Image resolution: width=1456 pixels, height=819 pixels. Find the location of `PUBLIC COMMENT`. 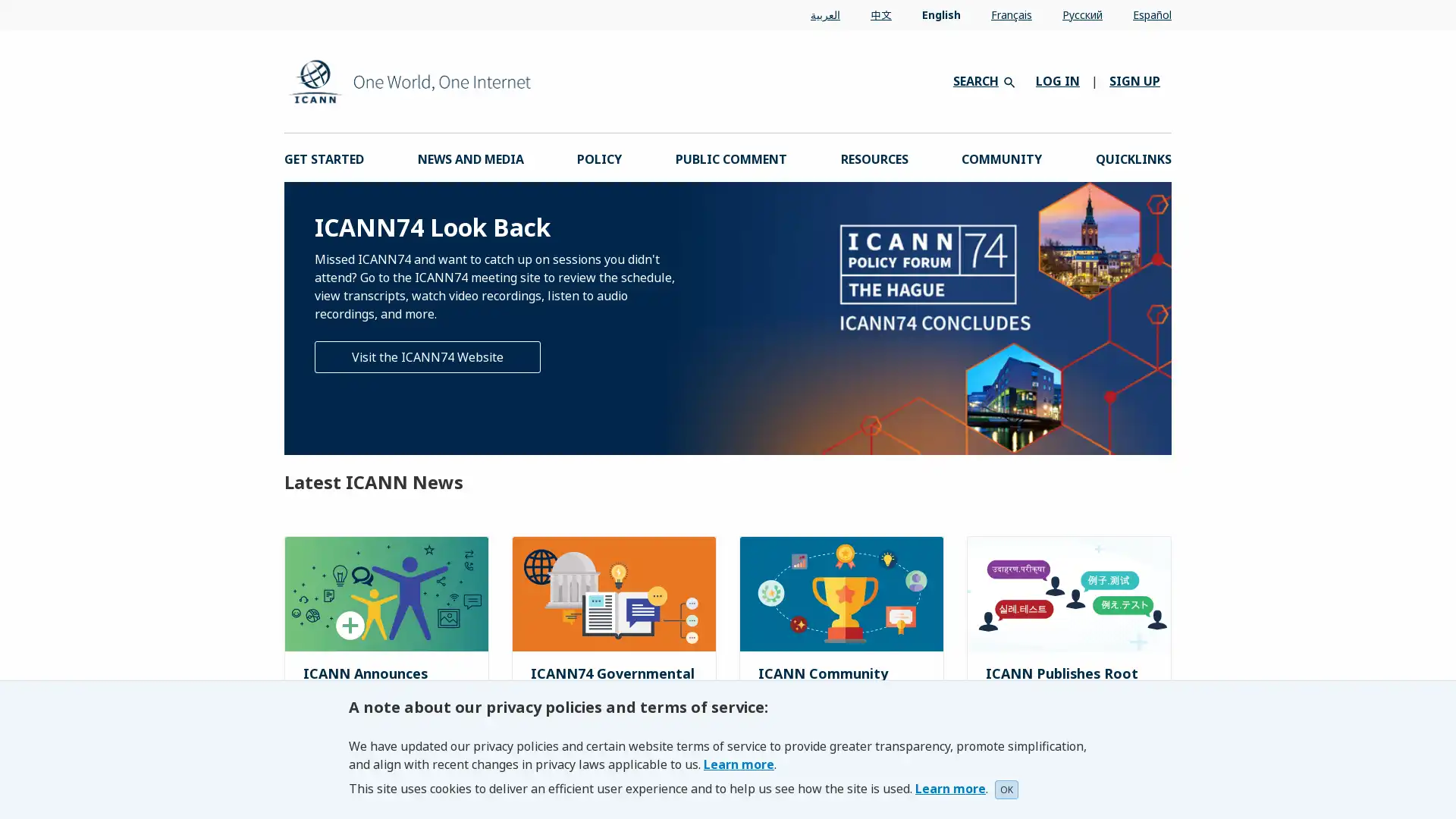

PUBLIC COMMENT is located at coordinates (730, 158).